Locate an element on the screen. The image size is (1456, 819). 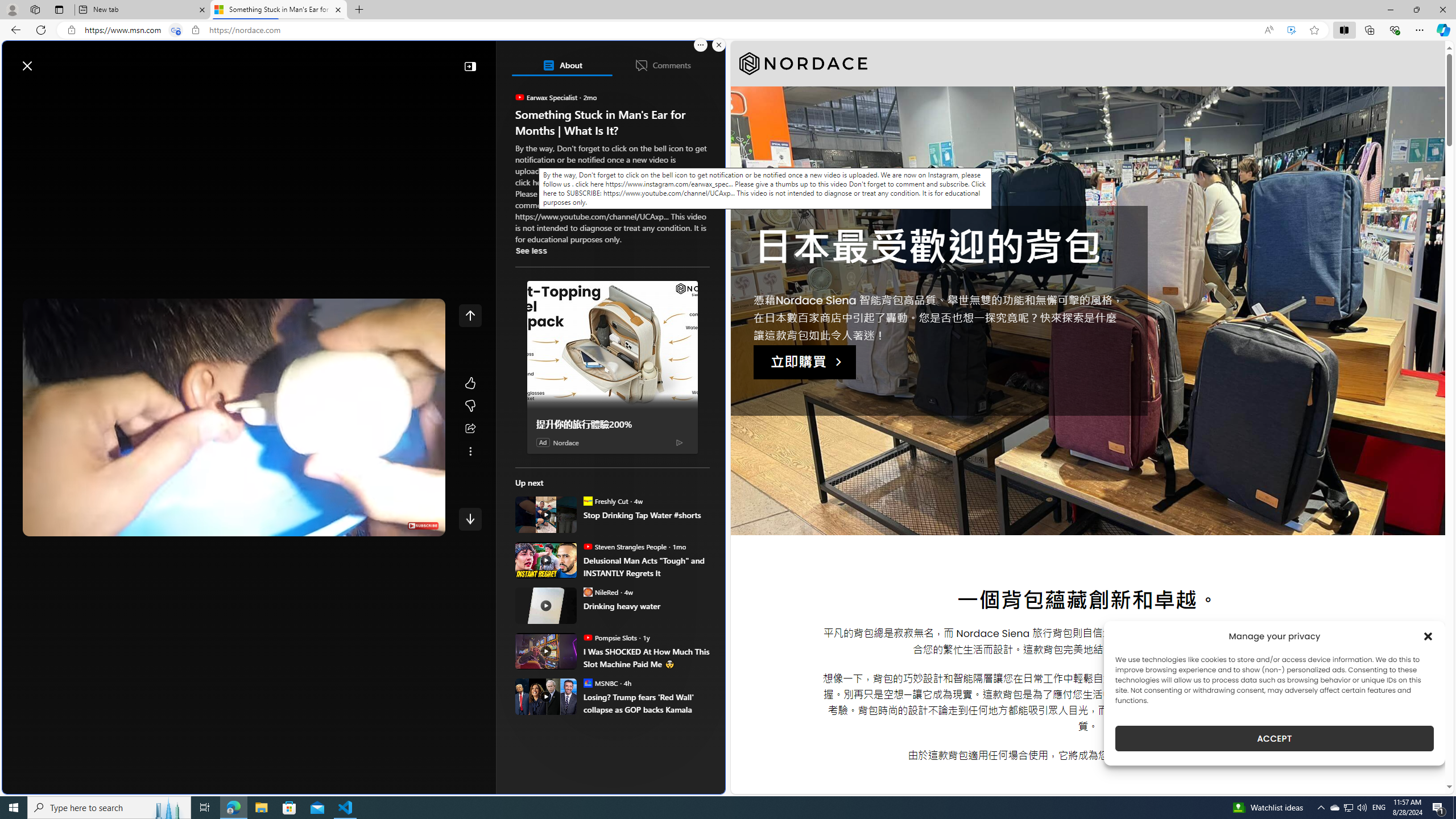
'Open settings' is located at coordinates (700, 60).